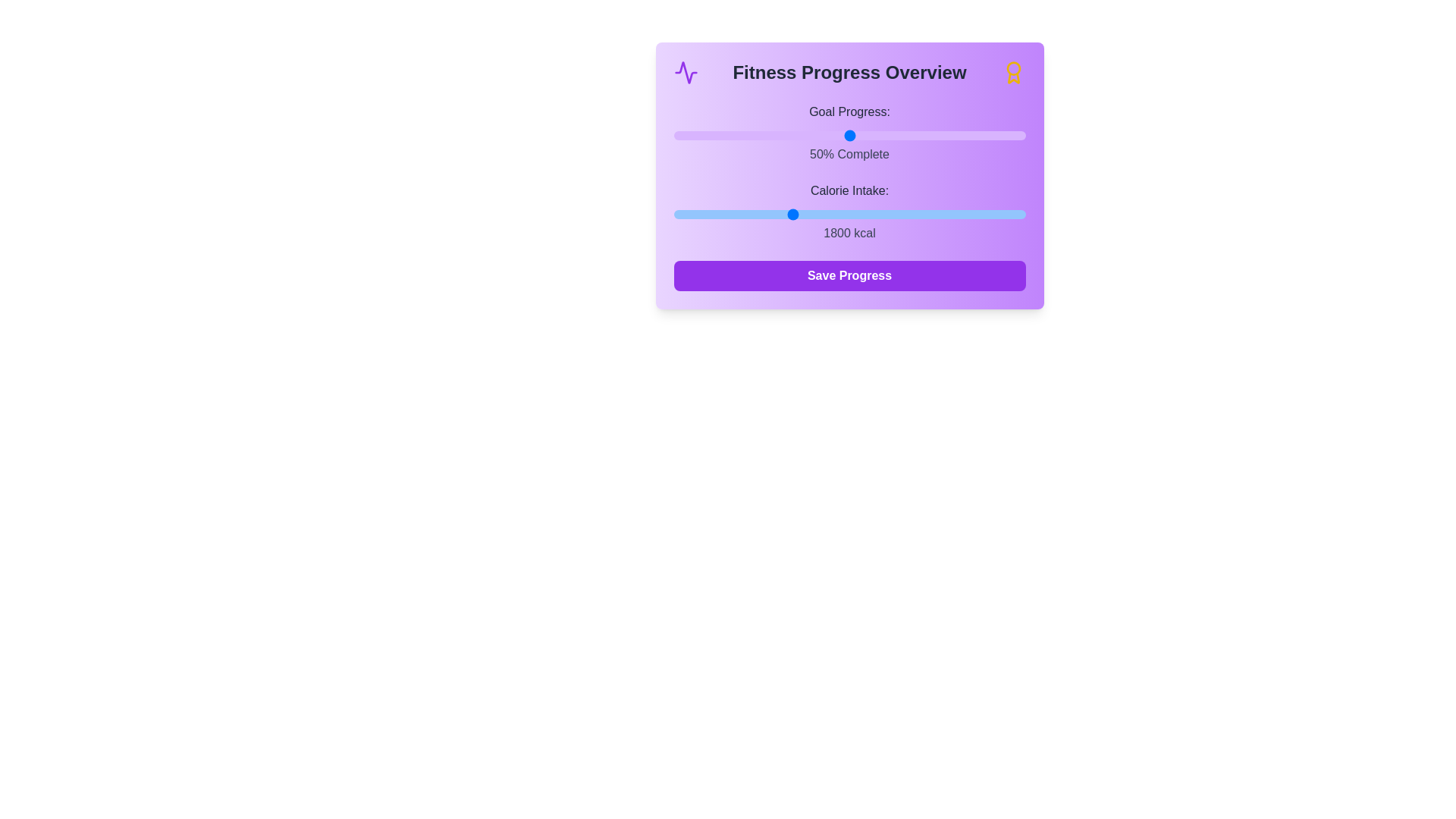 The image size is (1456, 819). Describe the element at coordinates (849, 134) in the screenshot. I see `the range slider located under 'Goal Progress:' and above '50% Complete' in the 'Fitness Progress Overview' panel to set a value` at that location.